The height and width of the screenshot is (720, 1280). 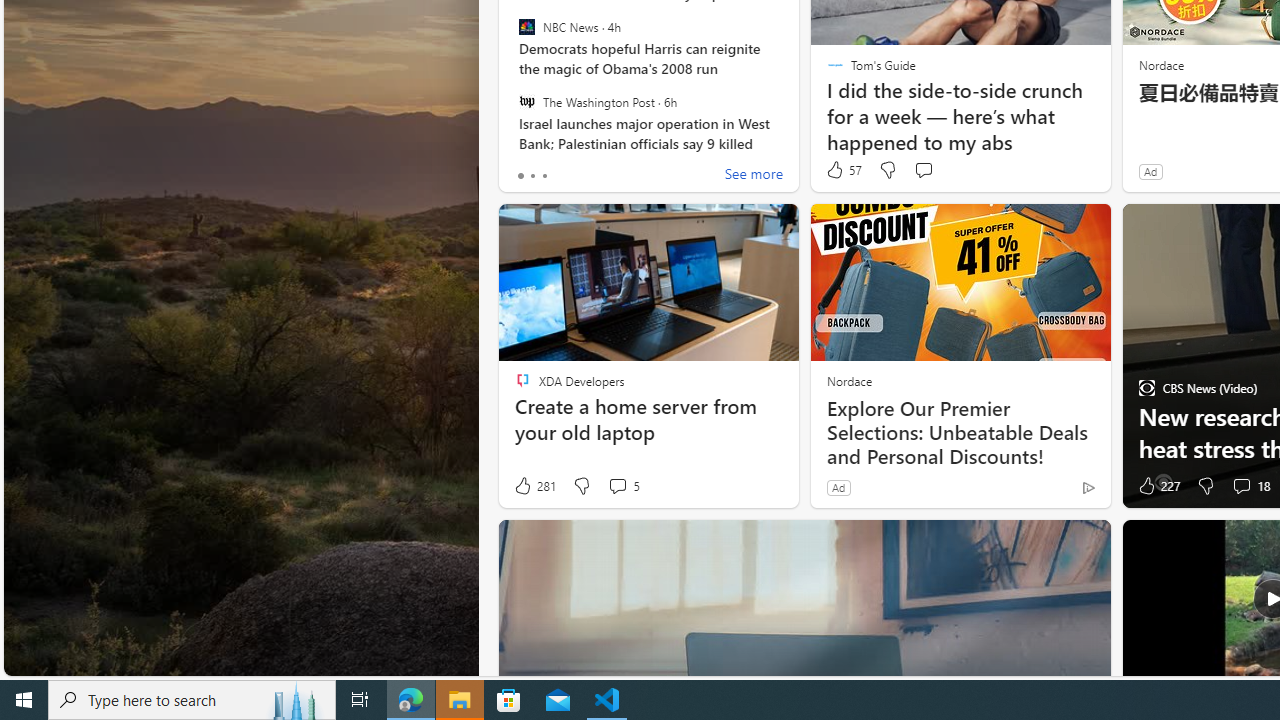 What do you see at coordinates (1157, 486) in the screenshot?
I see `'227 Like'` at bounding box center [1157, 486].